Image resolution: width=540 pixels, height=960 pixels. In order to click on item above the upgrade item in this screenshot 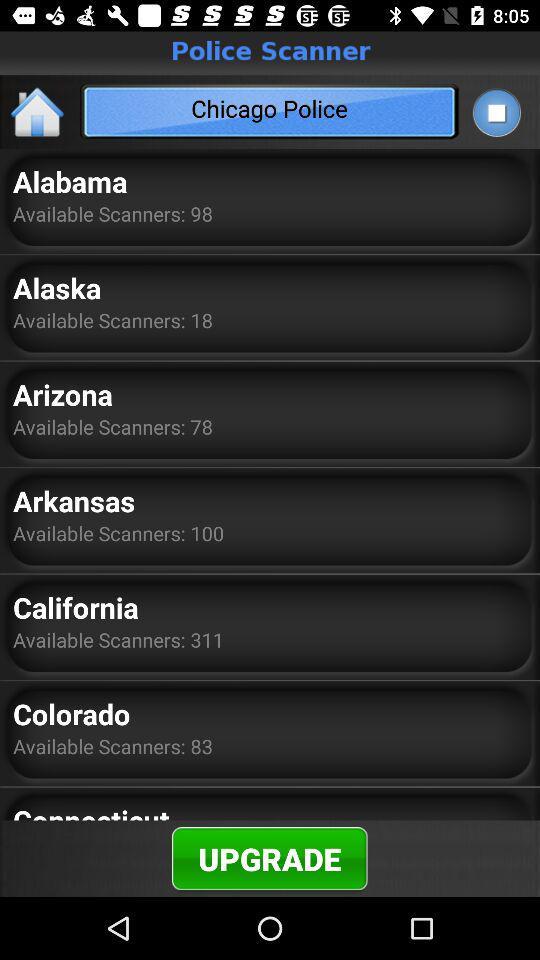, I will do `click(90, 810)`.